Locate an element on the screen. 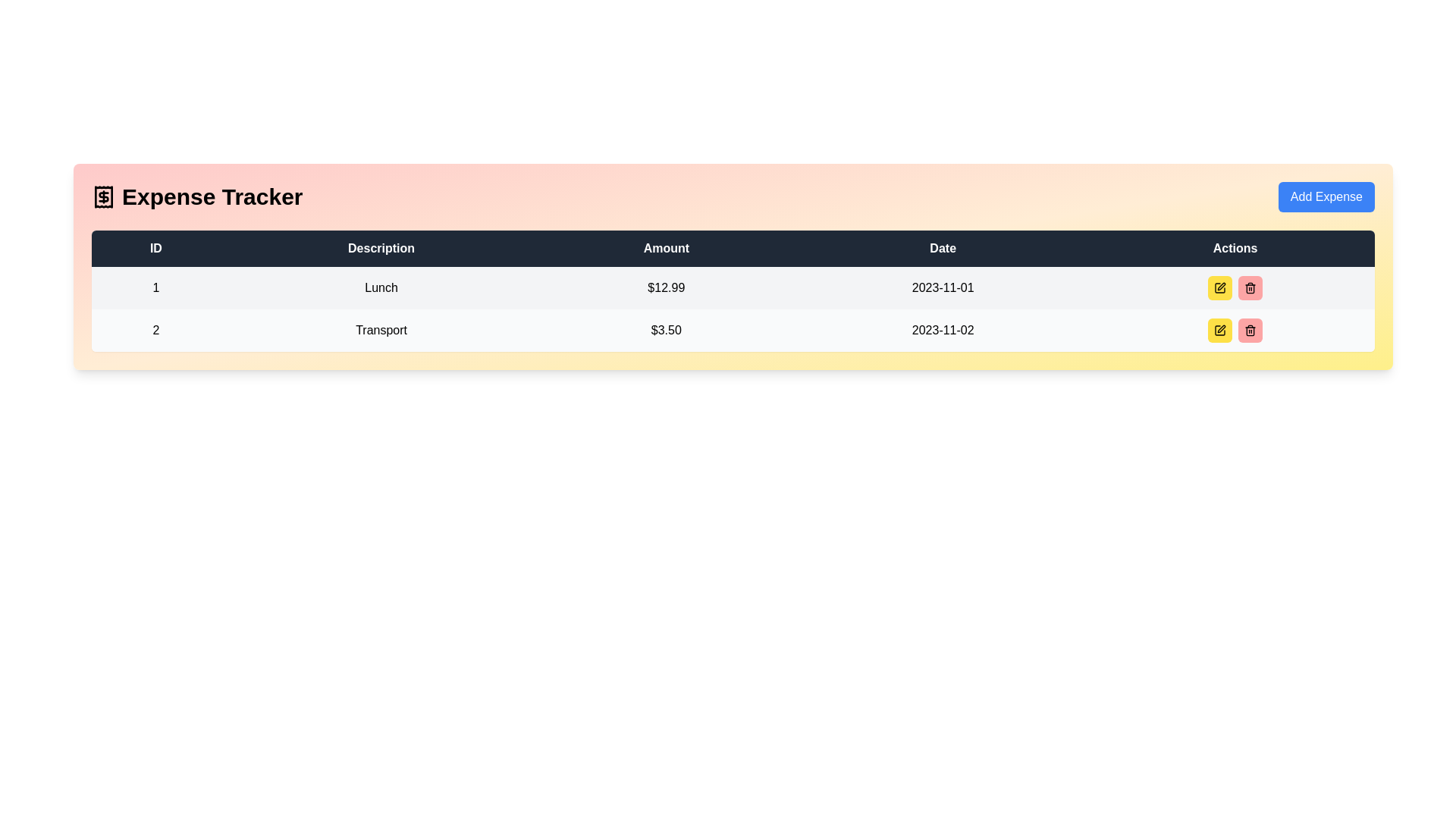  the edit button located in the 'Actions' column of the first row in the data table is located at coordinates (1219, 288).